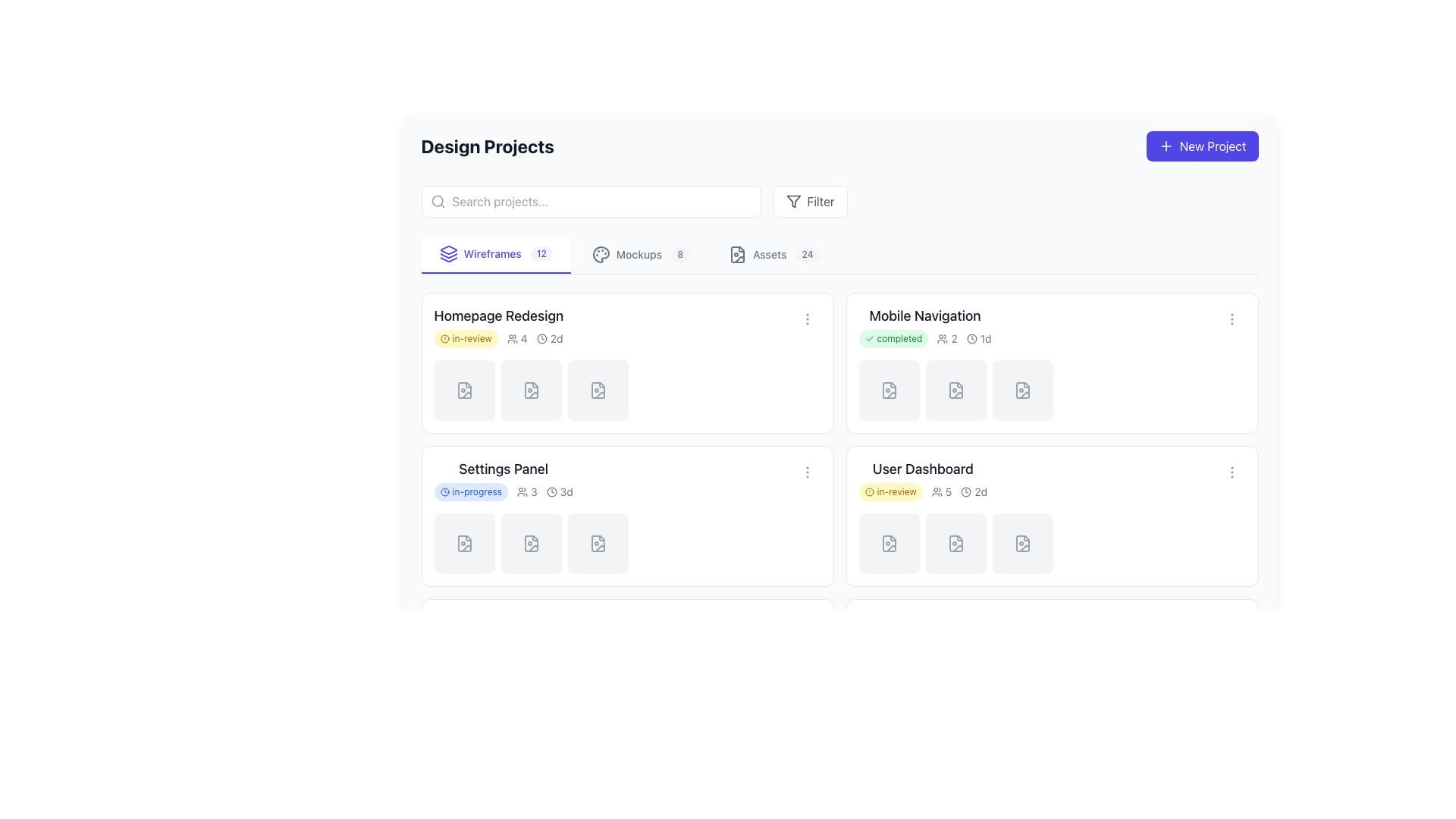 This screenshot has height=819, width=1456. What do you see at coordinates (551, 491) in the screenshot?
I see `the clock icon located in the 'Settings Panel' card, positioned to the right of the text '3d'` at bounding box center [551, 491].